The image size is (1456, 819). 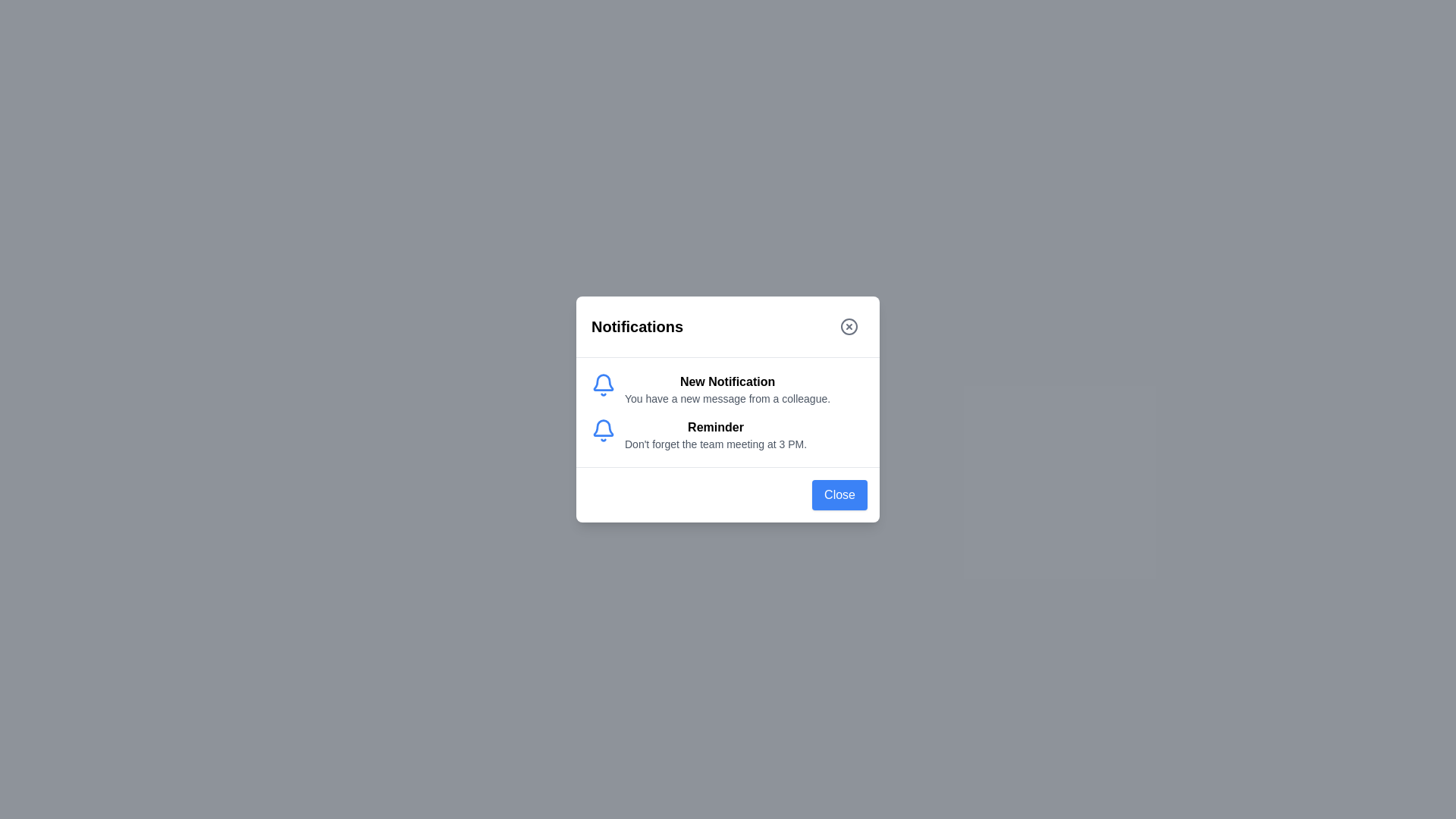 What do you see at coordinates (603, 381) in the screenshot?
I see `the notification bell icon, which is styled in blue and located inside the notification card below the 'Notifications' heading, to the left of 'Reminder', by clicking on it` at bounding box center [603, 381].